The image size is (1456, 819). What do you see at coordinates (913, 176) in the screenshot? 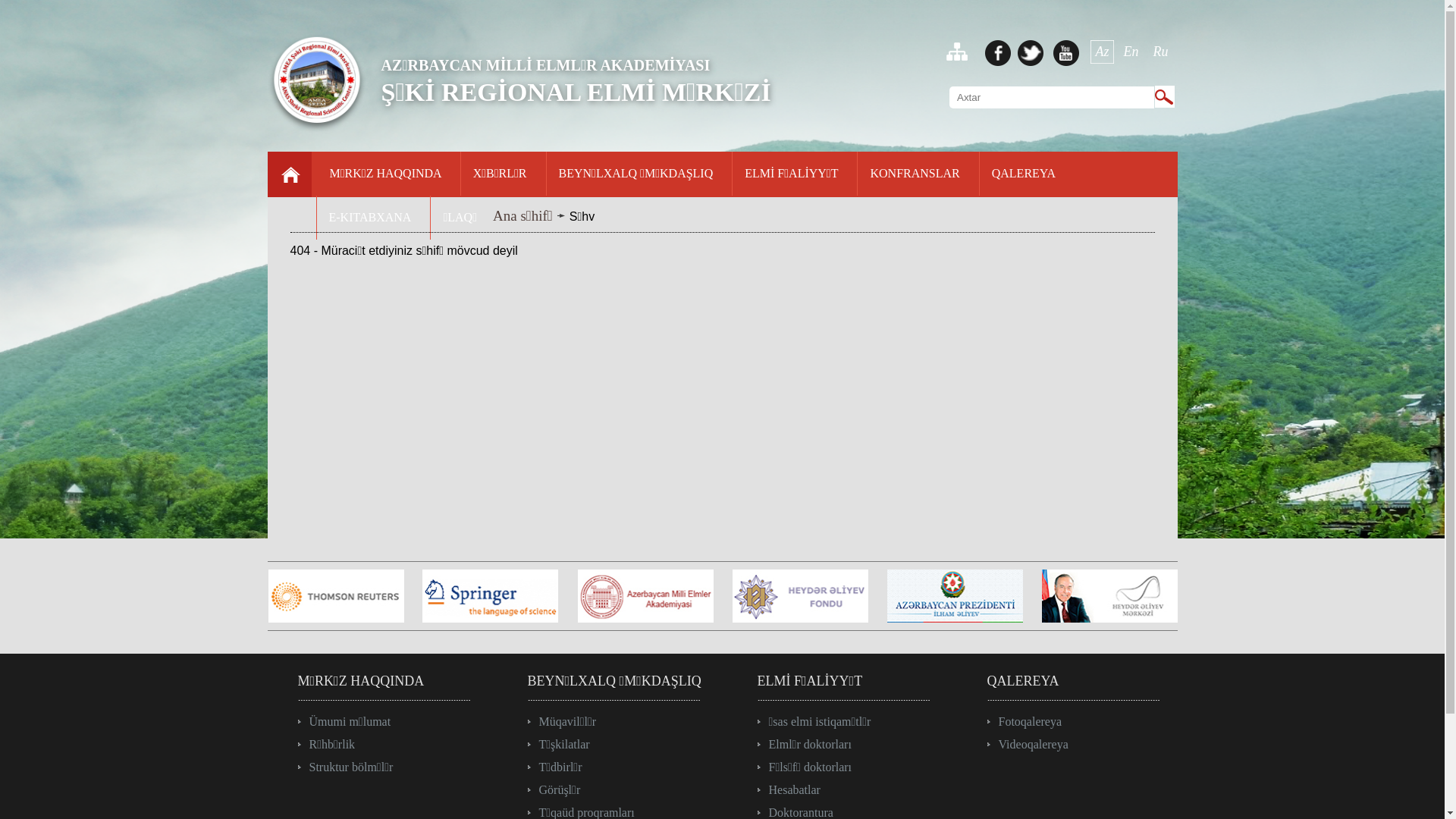
I see `'KONFRANSLAR'` at bounding box center [913, 176].